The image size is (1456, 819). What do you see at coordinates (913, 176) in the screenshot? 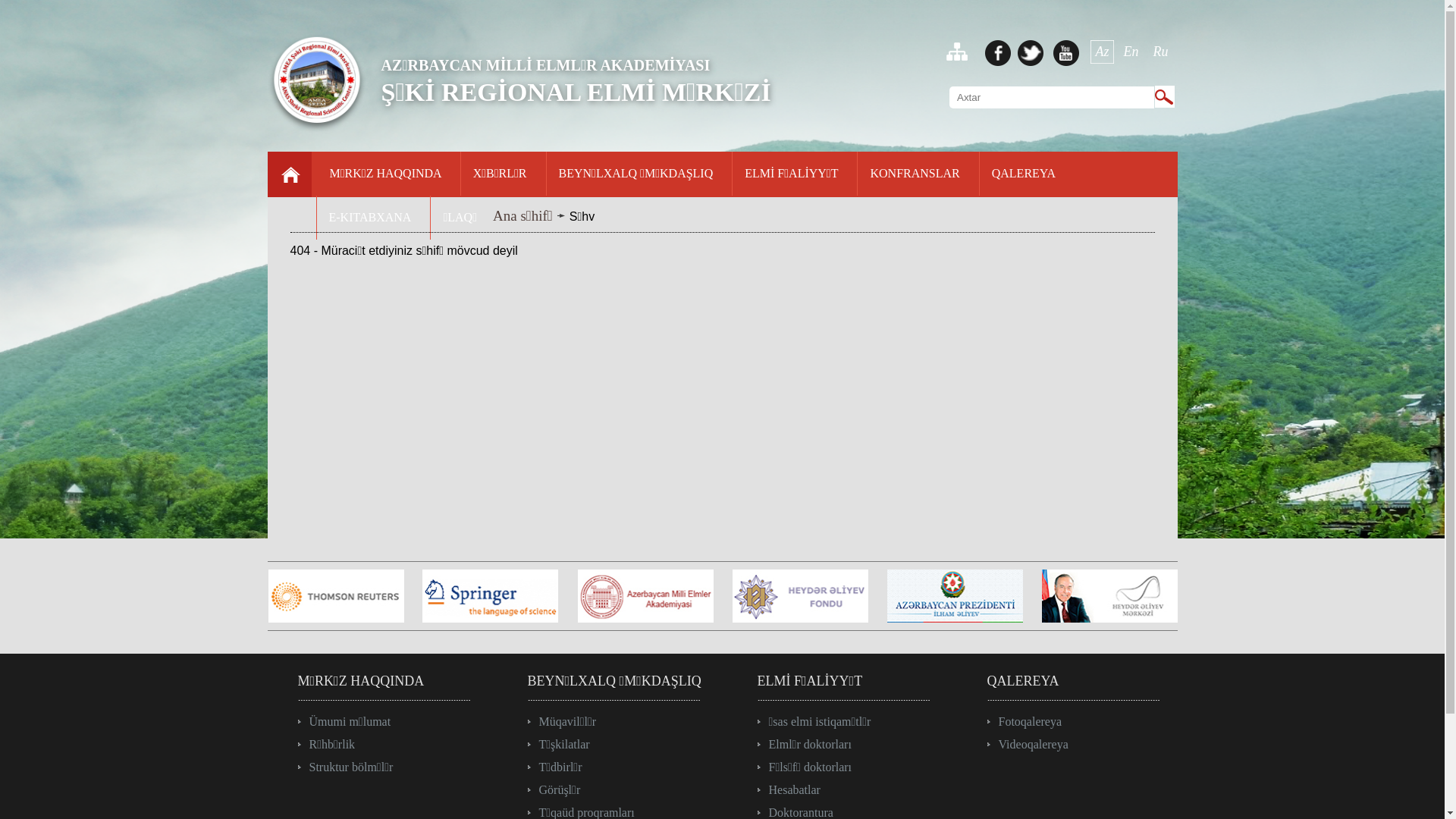
I see `'KONFRANSLAR'` at bounding box center [913, 176].